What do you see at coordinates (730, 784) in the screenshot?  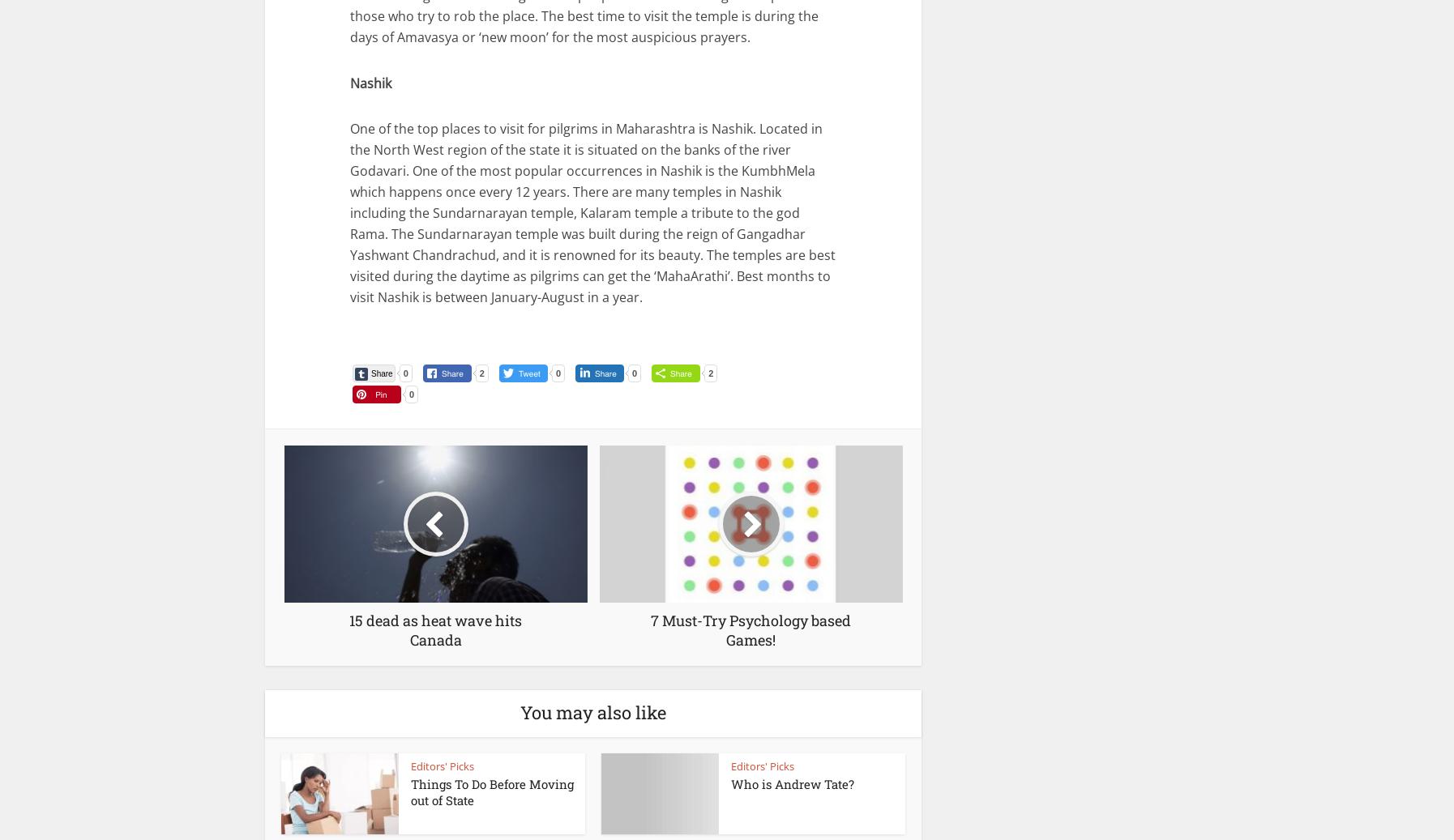 I see `'Who is Andrew Tate?'` at bounding box center [730, 784].